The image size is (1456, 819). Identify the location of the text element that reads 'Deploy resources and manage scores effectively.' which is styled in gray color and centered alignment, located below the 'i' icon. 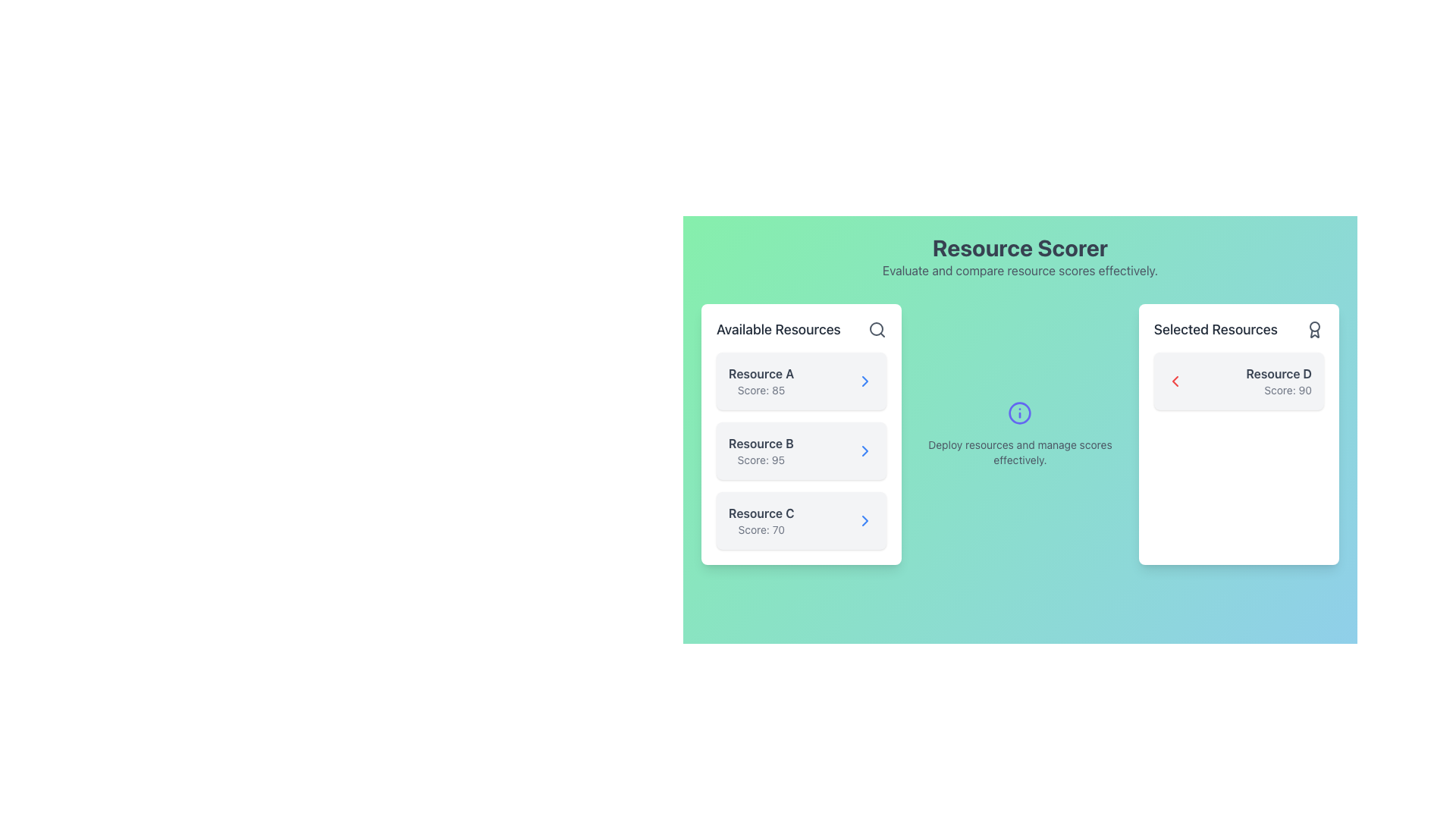
(1020, 452).